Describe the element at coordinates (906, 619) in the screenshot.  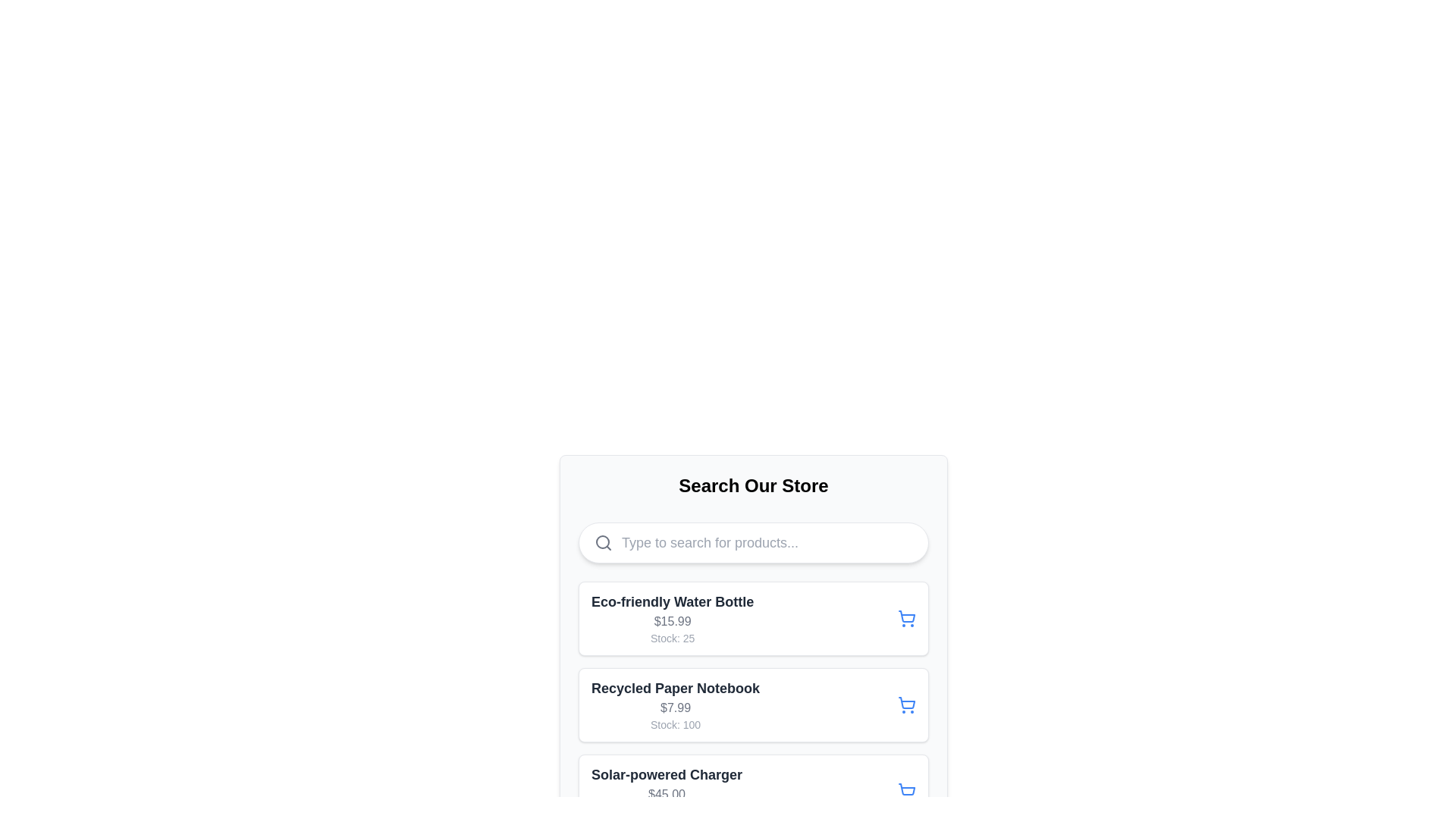
I see `the blue shopping cart icon located to the far right of the 'Eco-friendly Water Bottle' product information` at that location.